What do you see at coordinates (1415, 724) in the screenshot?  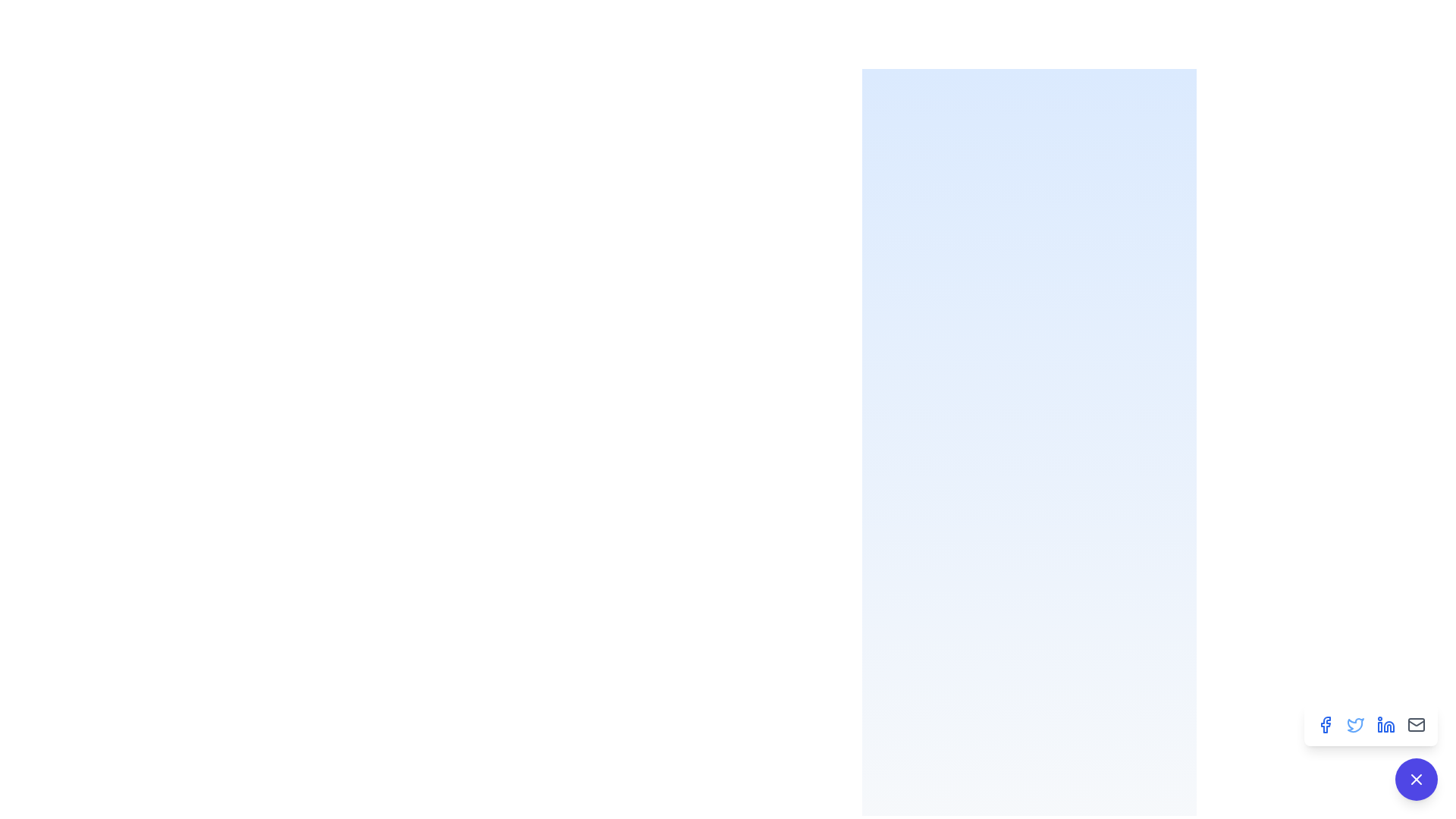 I see `the mail icon button located at the bottom-right corner of the interface` at bounding box center [1415, 724].